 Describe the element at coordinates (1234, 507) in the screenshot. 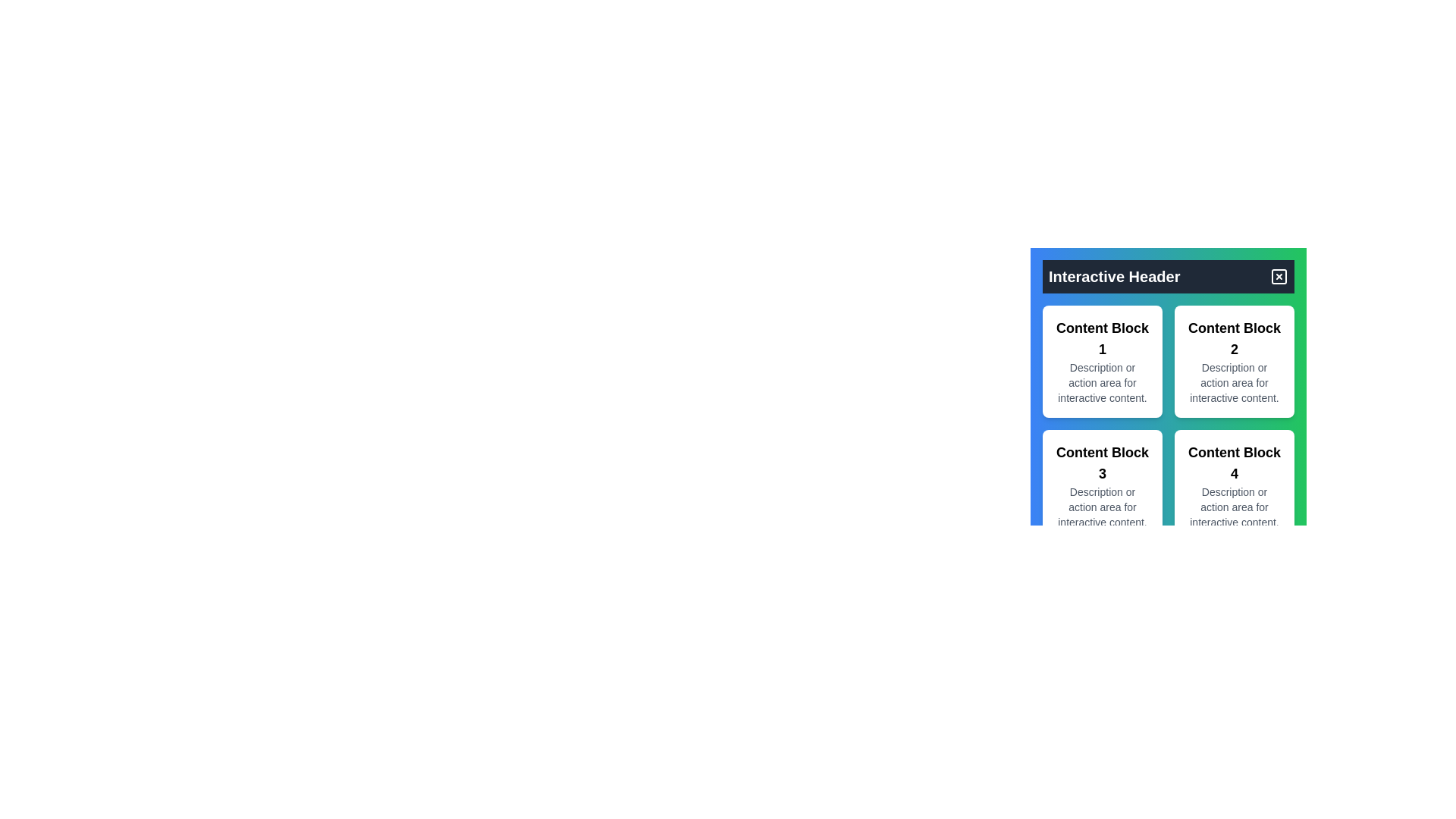

I see `the static text element that reads 'Description or action area for interactive content' located within the white rectangular card of 'Content Block 4.'` at that location.